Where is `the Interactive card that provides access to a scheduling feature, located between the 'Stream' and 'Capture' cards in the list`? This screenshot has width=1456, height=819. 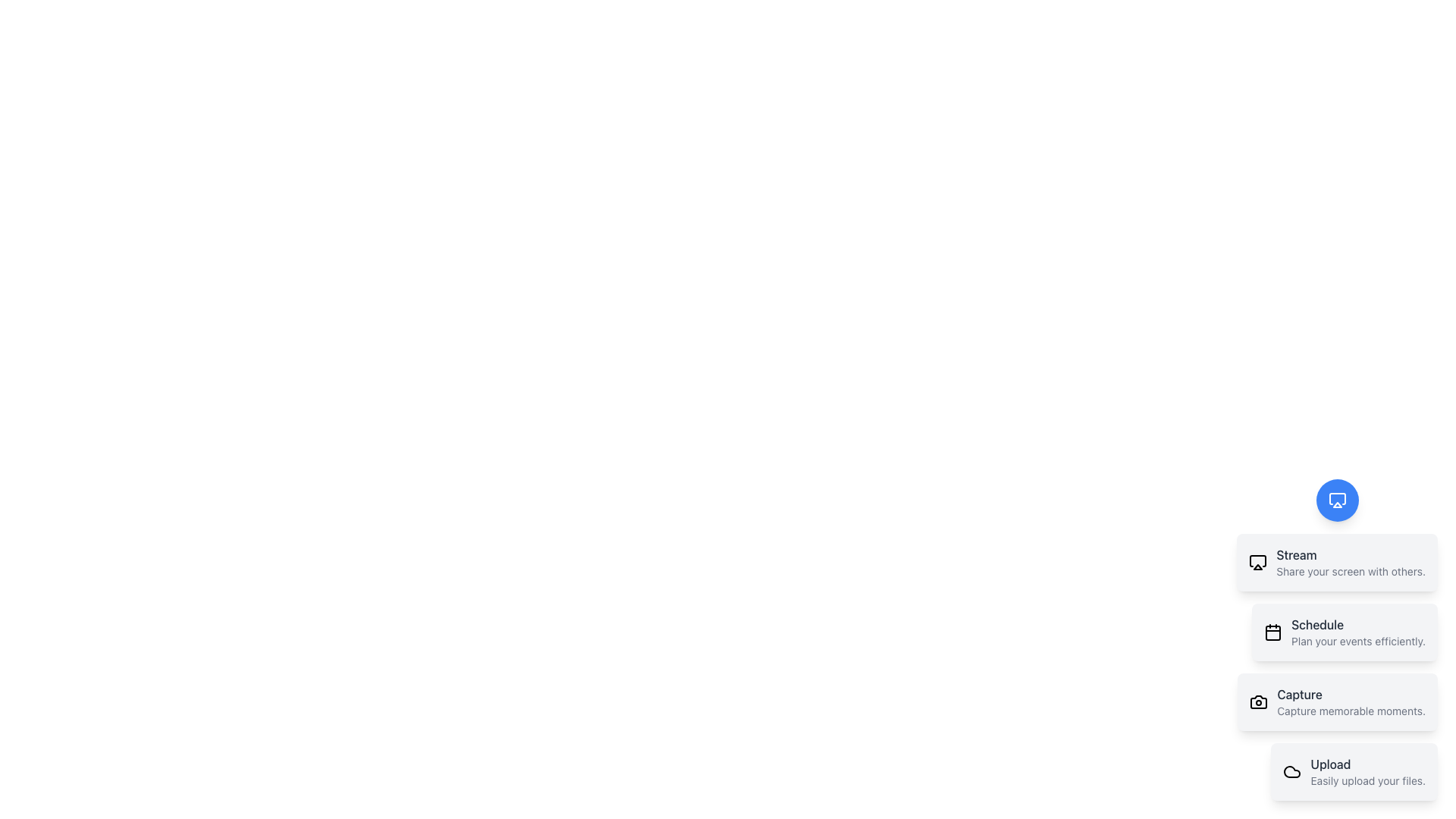
the Interactive card that provides access to a scheduling feature, located between the 'Stream' and 'Capture' cards in the list is located at coordinates (1345, 632).